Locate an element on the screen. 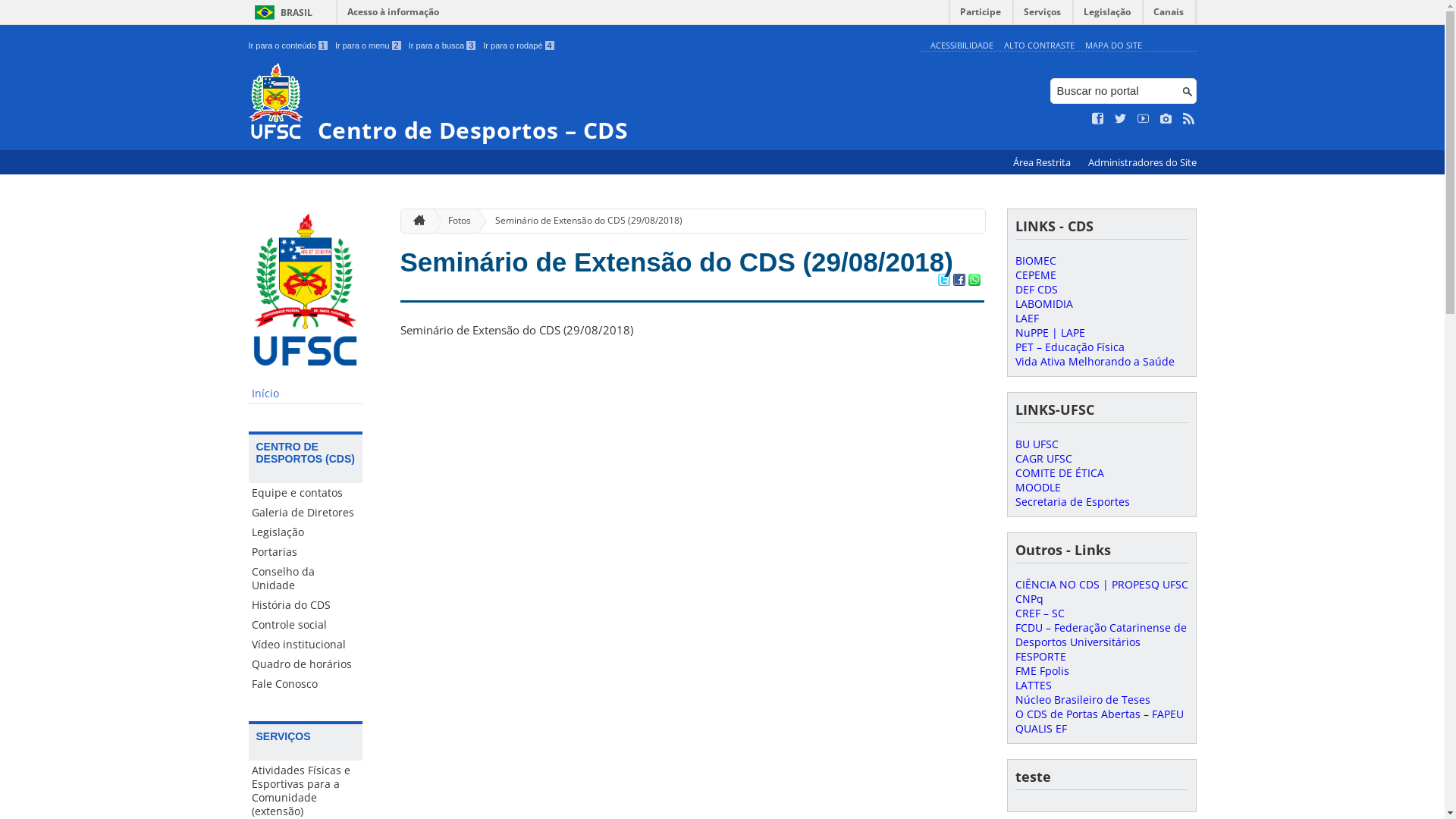 This screenshot has width=1456, height=819. 'Controle social' is located at coordinates (305, 625).